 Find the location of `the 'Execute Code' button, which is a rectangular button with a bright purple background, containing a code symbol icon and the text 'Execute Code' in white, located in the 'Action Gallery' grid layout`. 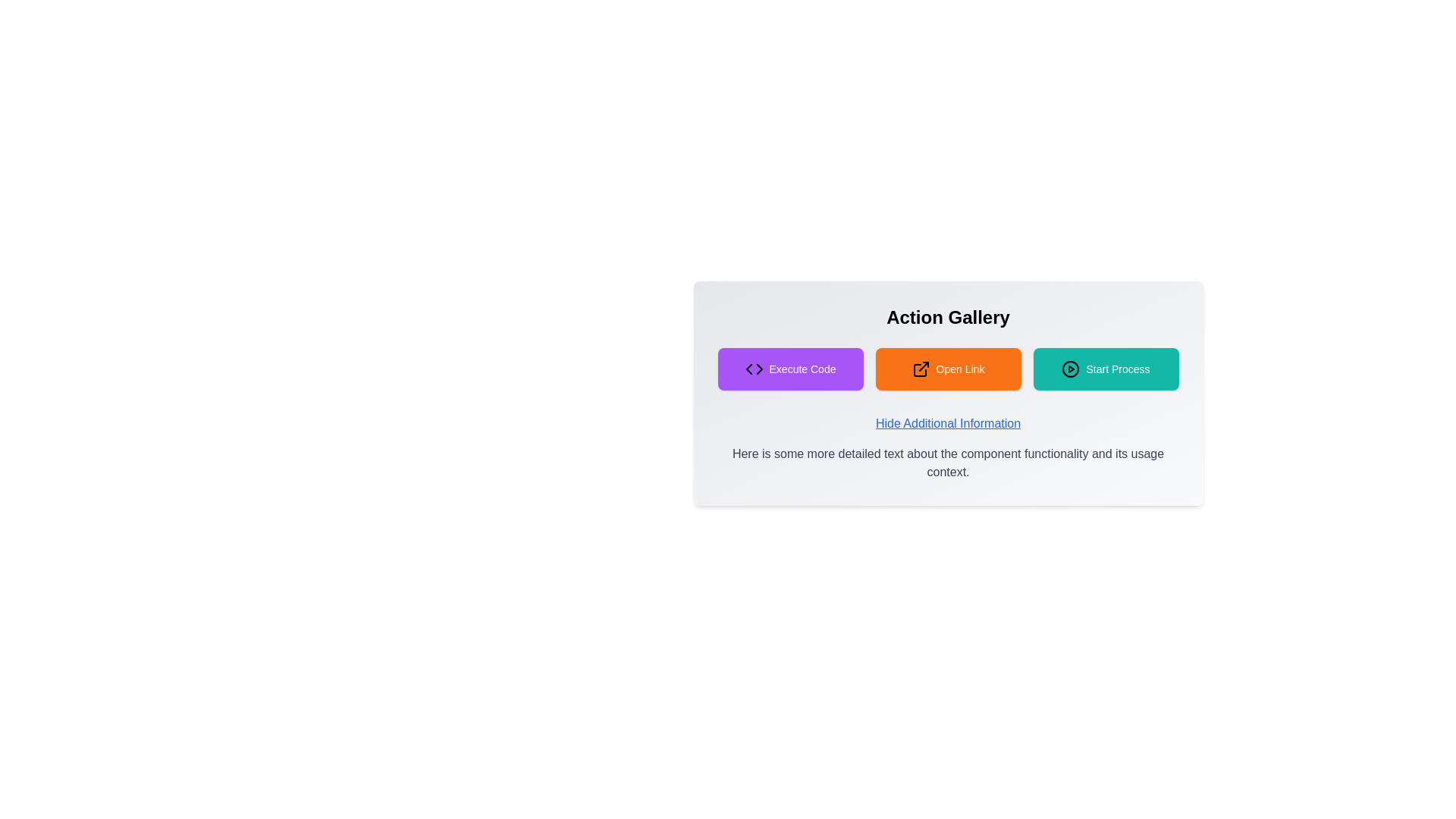

the 'Execute Code' button, which is a rectangular button with a bright purple background, containing a code symbol icon and the text 'Execute Code' in white, located in the 'Action Gallery' grid layout is located at coordinates (789, 369).